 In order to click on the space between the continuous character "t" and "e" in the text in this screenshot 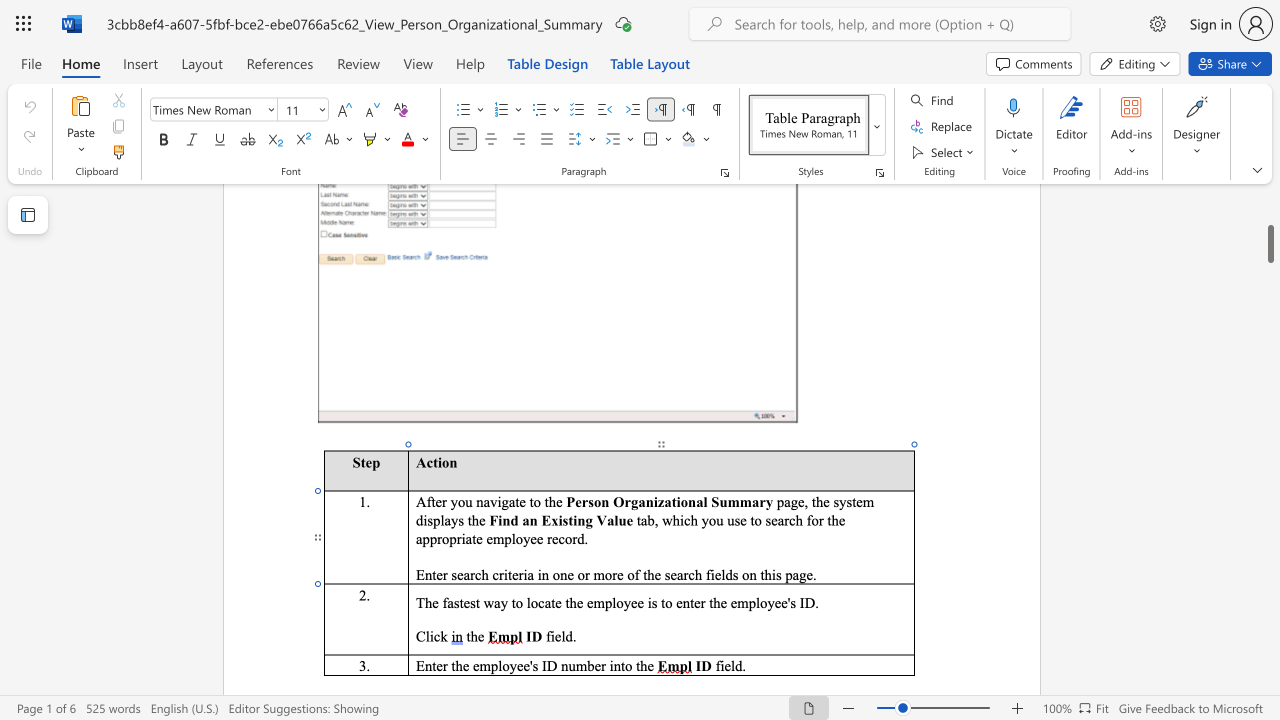, I will do `click(463, 601)`.